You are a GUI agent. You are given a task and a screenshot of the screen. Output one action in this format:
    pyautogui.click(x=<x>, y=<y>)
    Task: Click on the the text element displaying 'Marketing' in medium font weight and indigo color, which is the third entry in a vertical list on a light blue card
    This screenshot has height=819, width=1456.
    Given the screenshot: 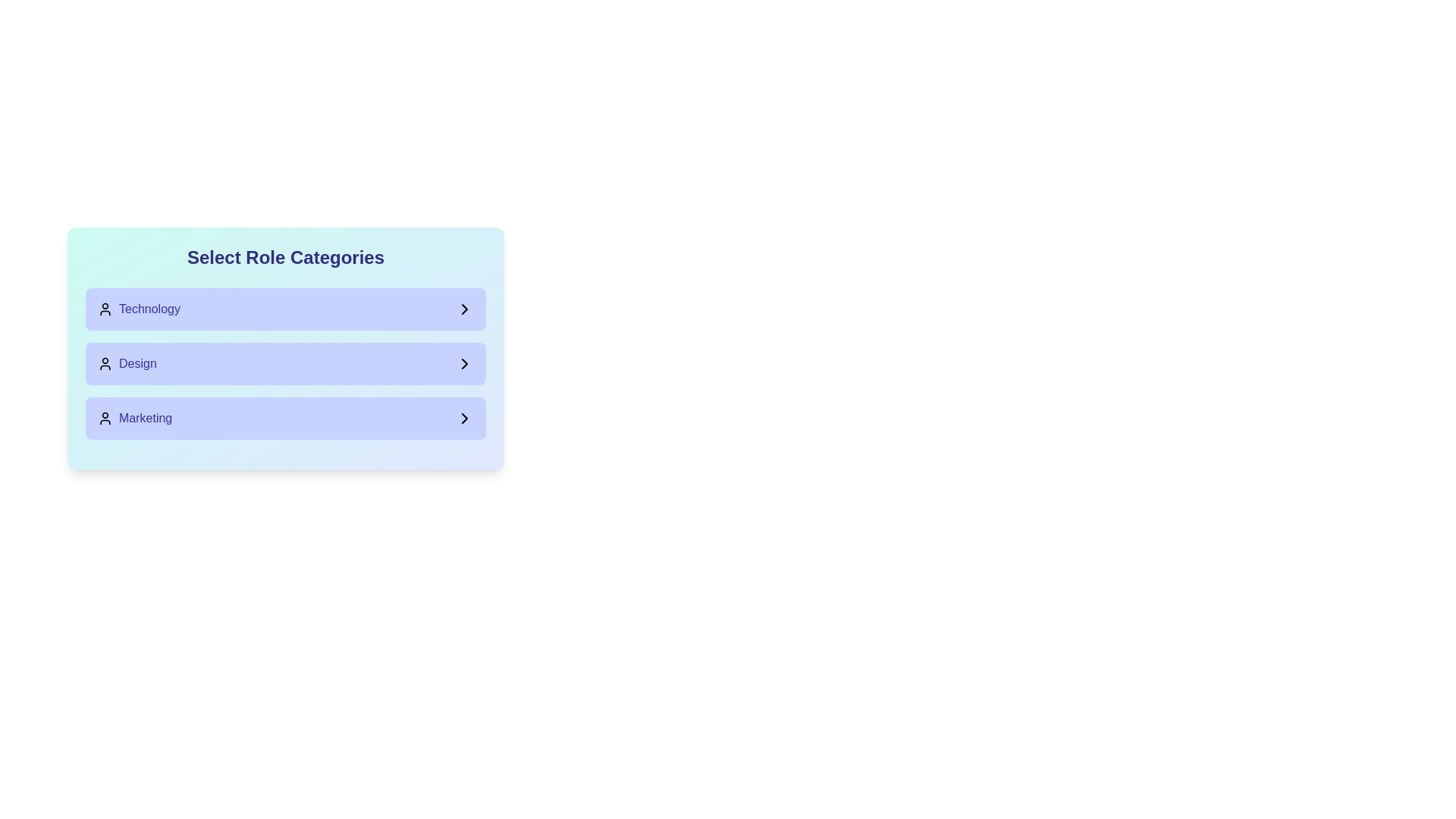 What is the action you would take?
    pyautogui.click(x=146, y=418)
    